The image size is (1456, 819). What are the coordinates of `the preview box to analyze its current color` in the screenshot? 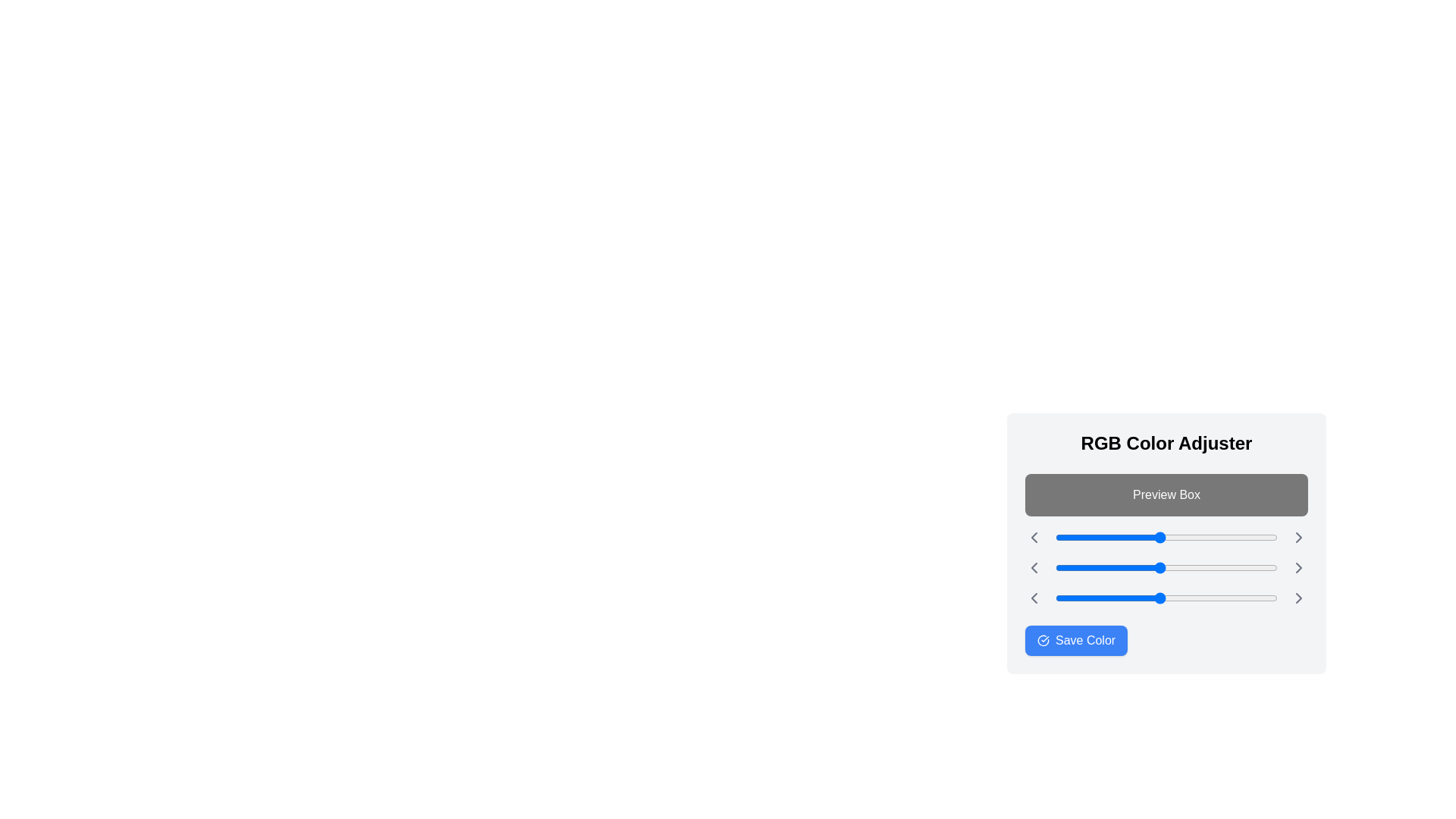 It's located at (1166, 494).